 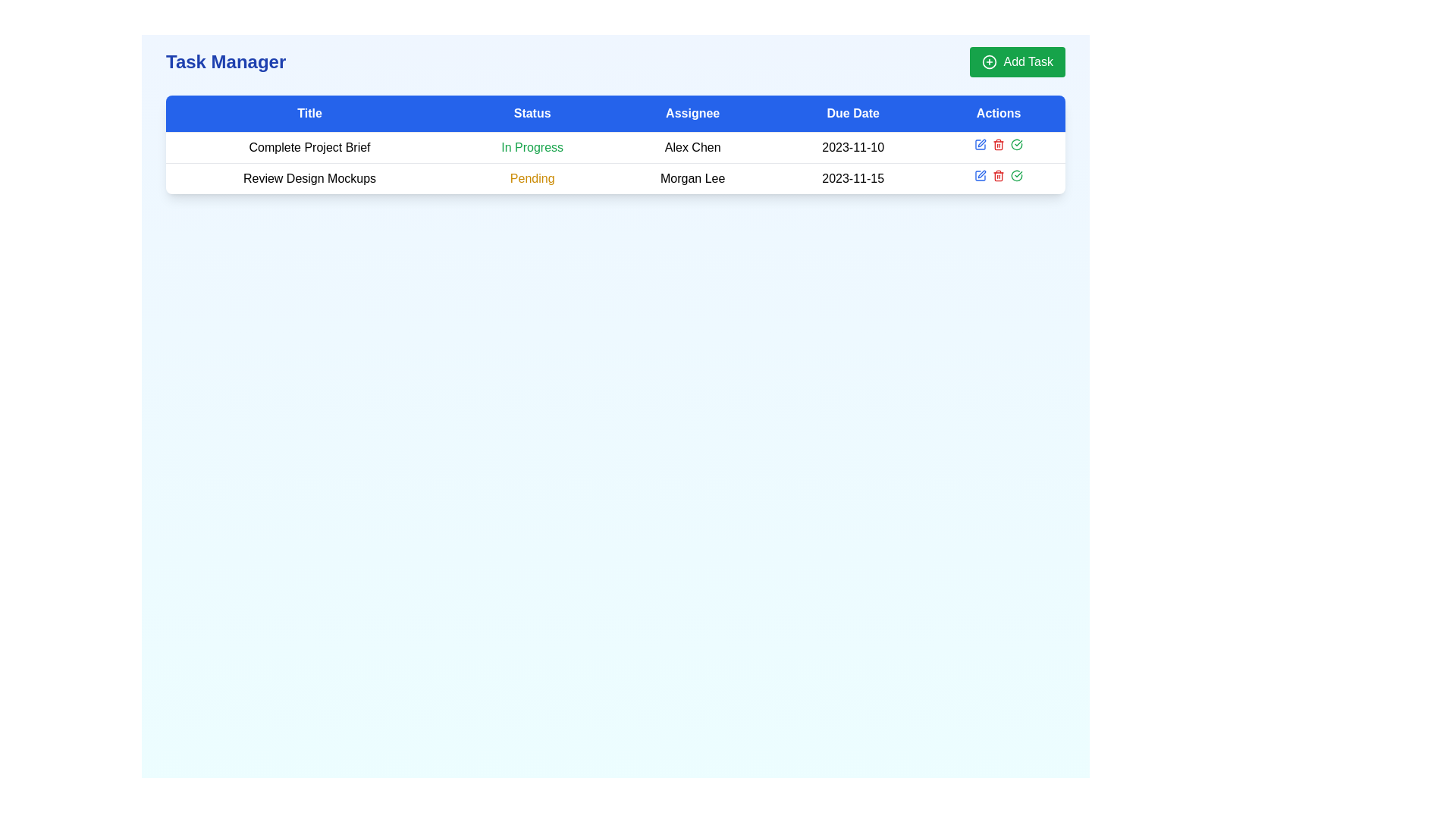 What do you see at coordinates (225, 61) in the screenshot?
I see `header text element labeled 'Task Manager', which is positioned at the top left corner of the interface` at bounding box center [225, 61].